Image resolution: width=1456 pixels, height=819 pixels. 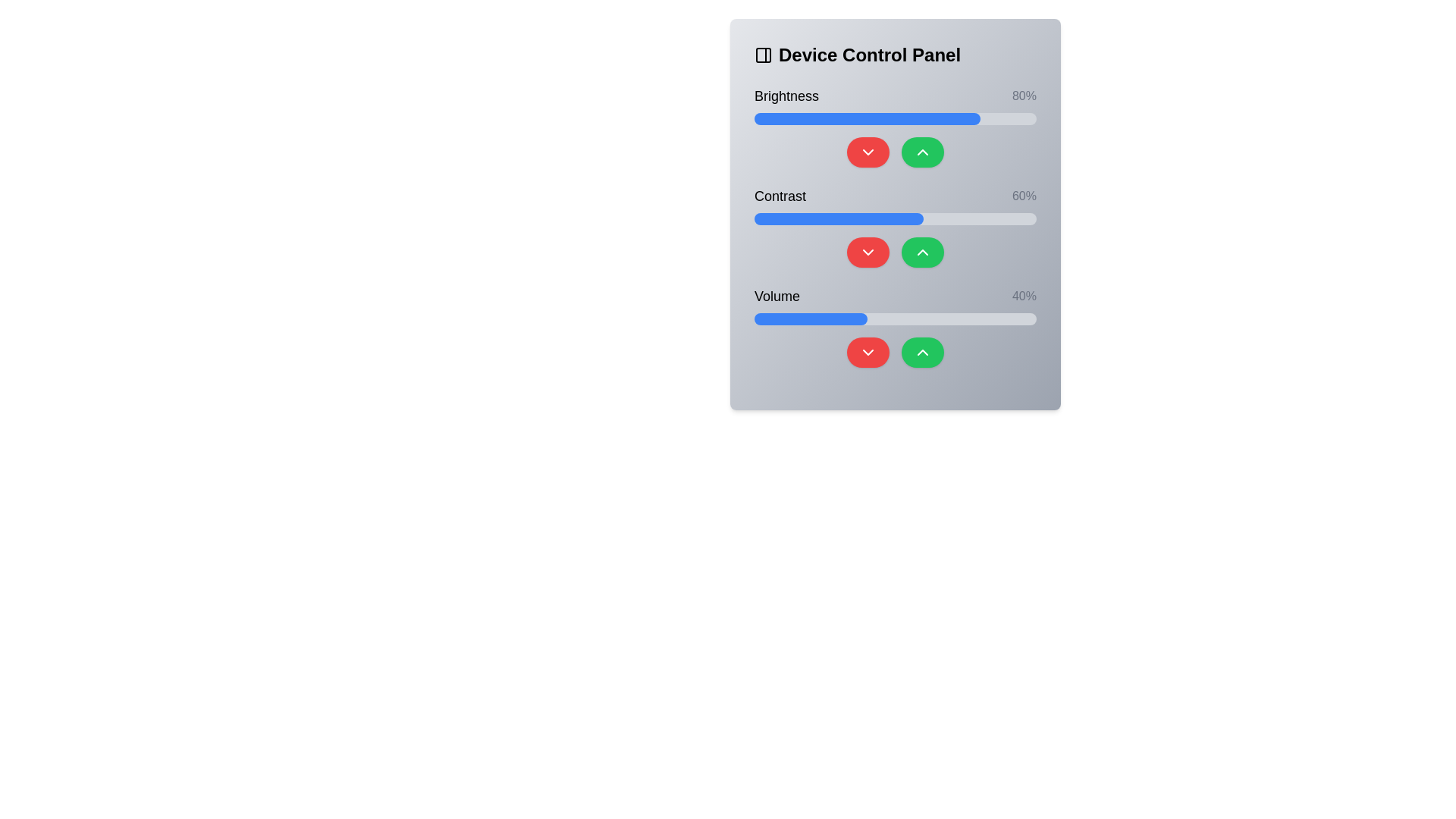 What do you see at coordinates (853, 219) in the screenshot?
I see `the contrast` at bounding box center [853, 219].